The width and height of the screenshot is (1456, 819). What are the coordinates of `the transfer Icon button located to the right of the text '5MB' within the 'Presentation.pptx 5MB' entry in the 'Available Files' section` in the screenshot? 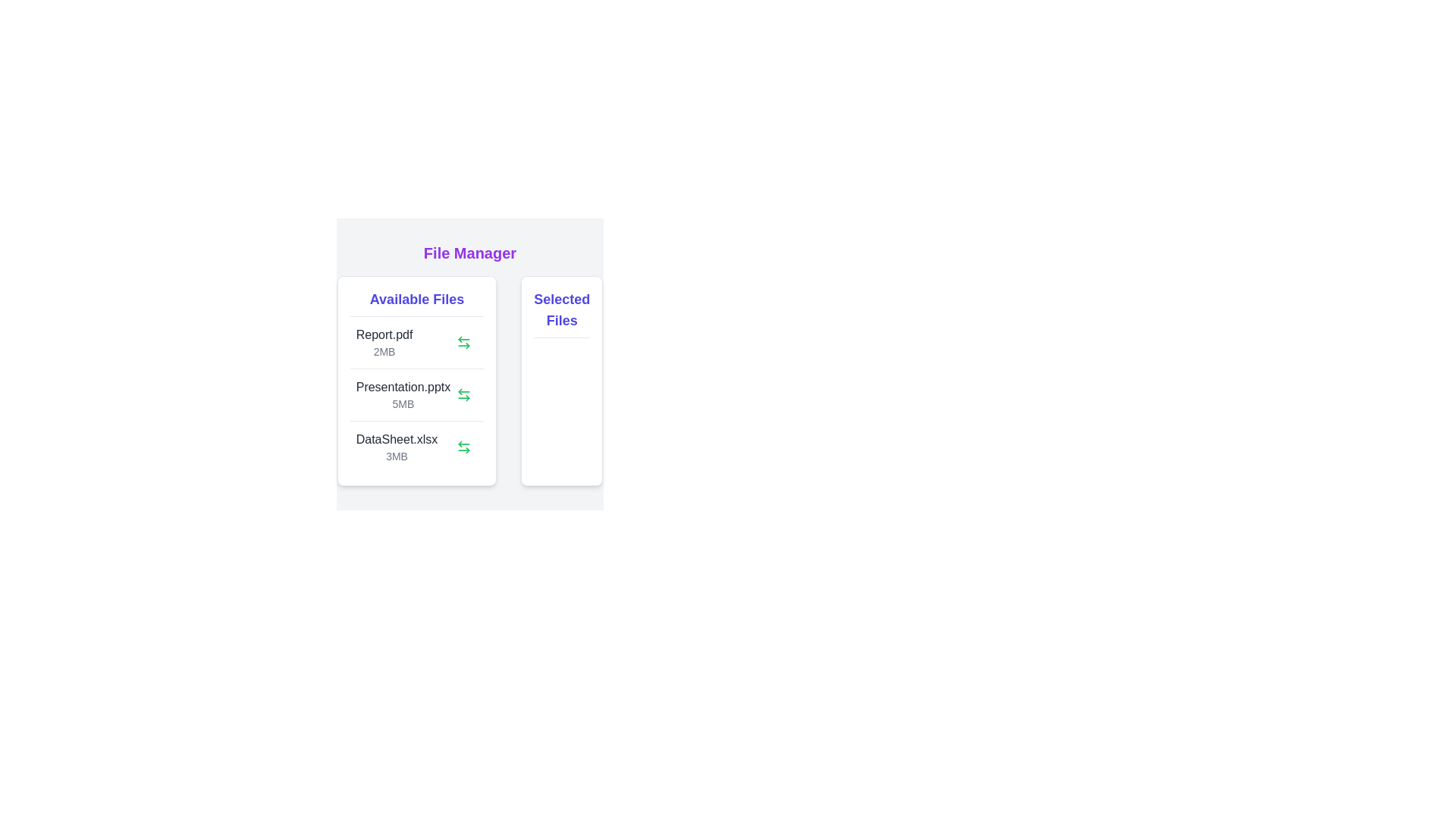 It's located at (463, 394).